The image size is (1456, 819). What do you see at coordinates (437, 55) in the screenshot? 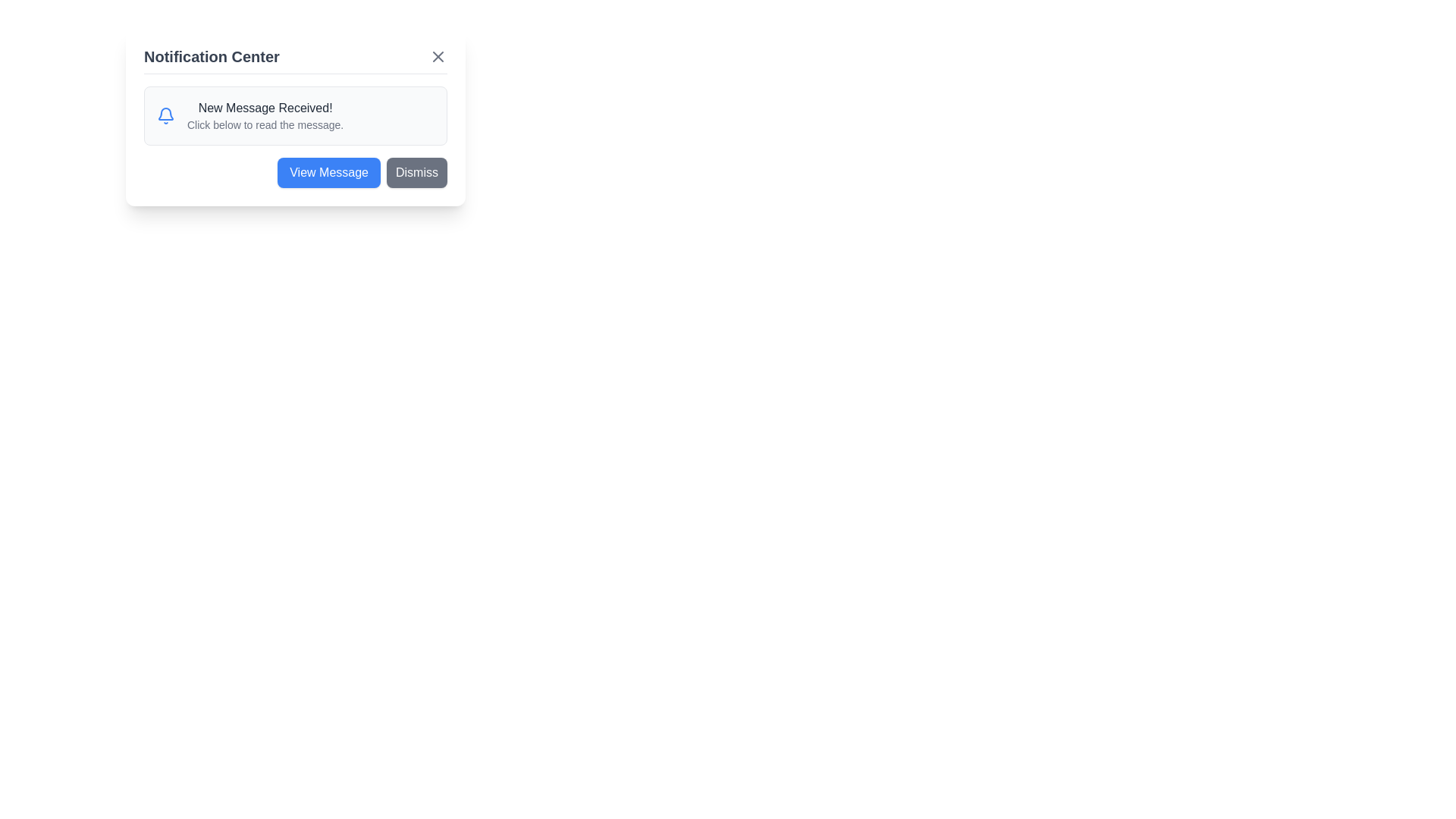
I see `the small gray-colored cross icon close button located in the top-right corner of the Notification Center popup` at bounding box center [437, 55].